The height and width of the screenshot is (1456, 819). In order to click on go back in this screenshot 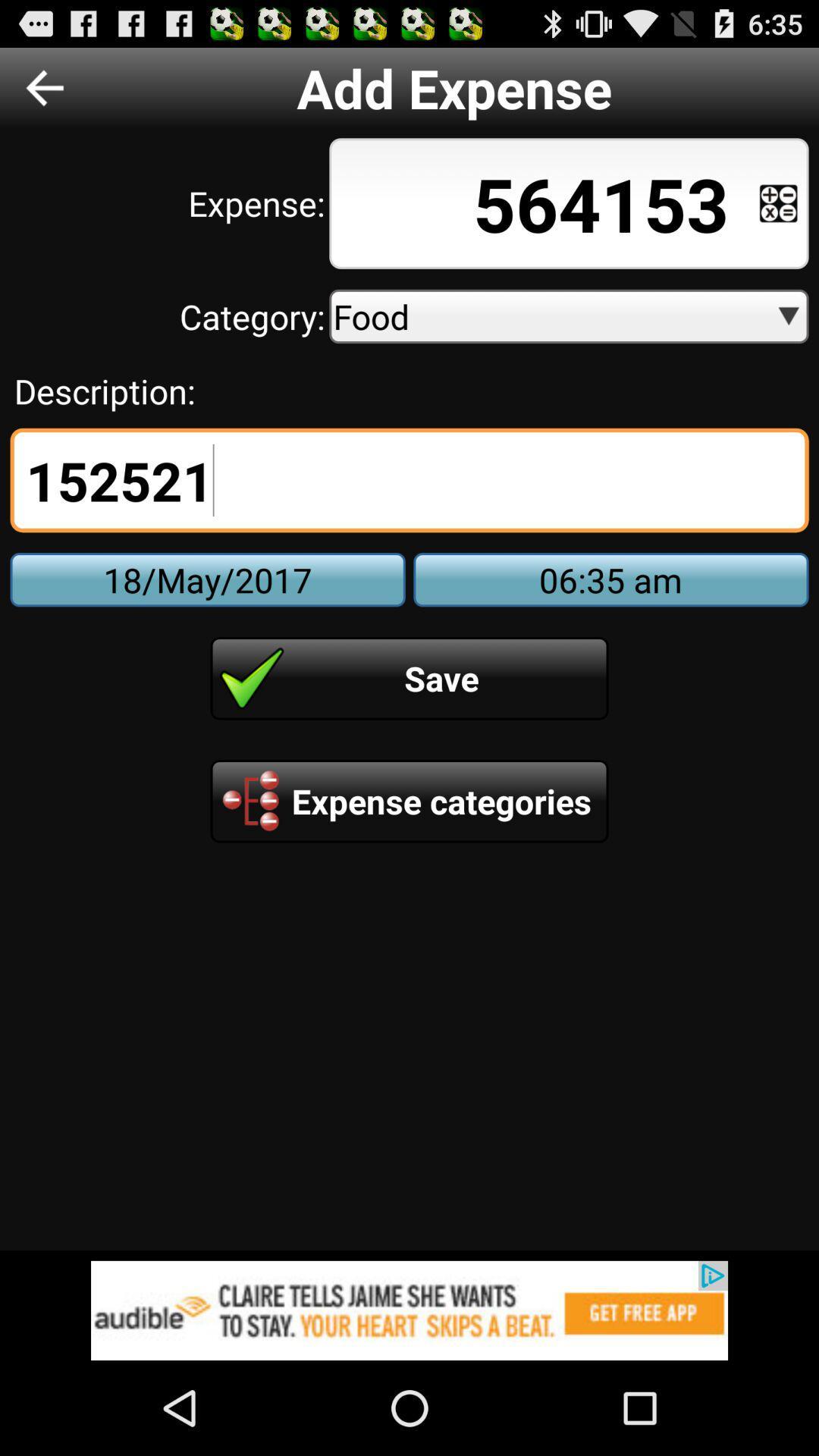, I will do `click(44, 86)`.